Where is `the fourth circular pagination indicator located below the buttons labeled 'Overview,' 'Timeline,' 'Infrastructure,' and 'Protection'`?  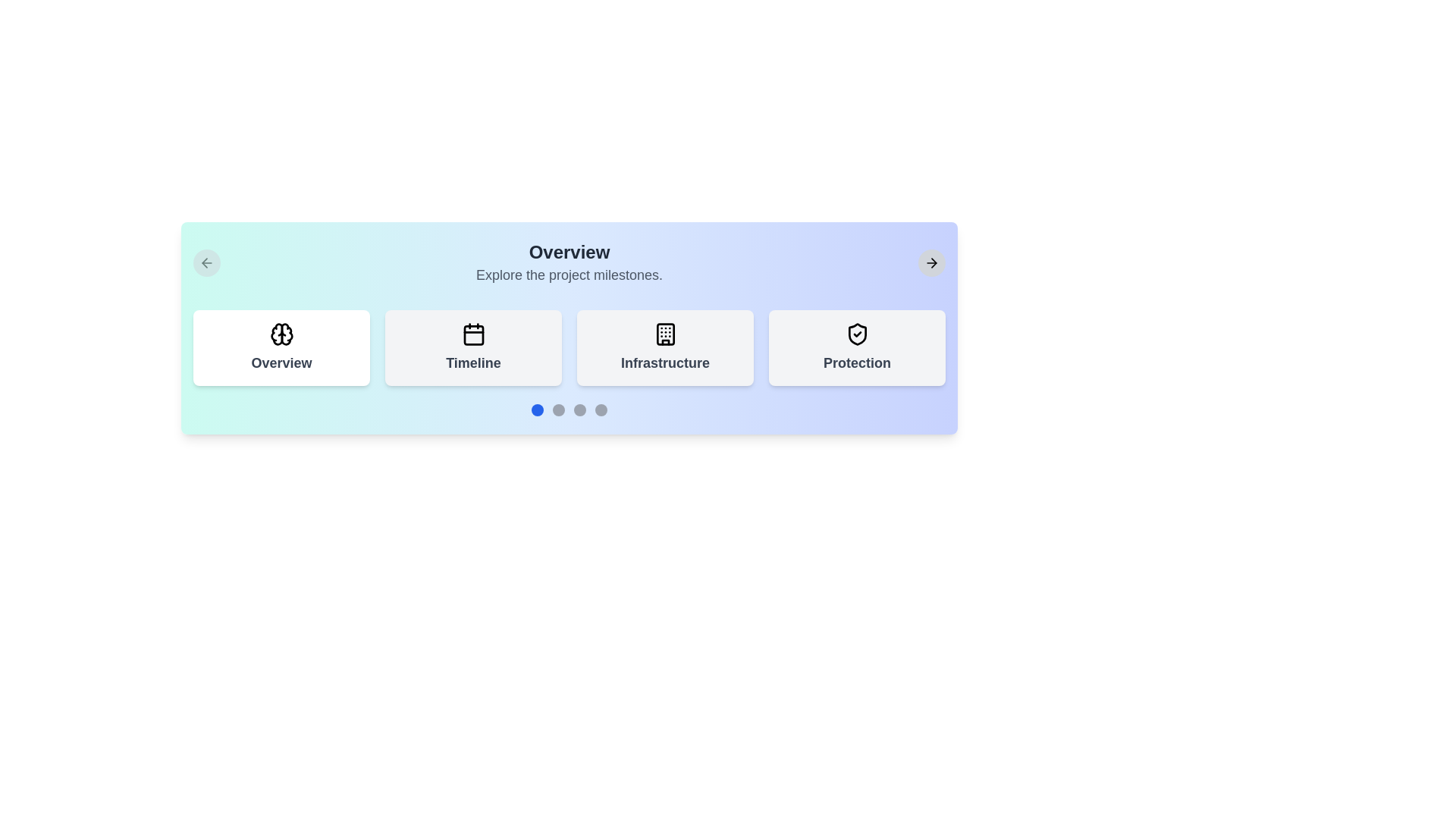 the fourth circular pagination indicator located below the buttons labeled 'Overview,' 'Timeline,' 'Infrastructure,' and 'Protection' is located at coordinates (600, 409).